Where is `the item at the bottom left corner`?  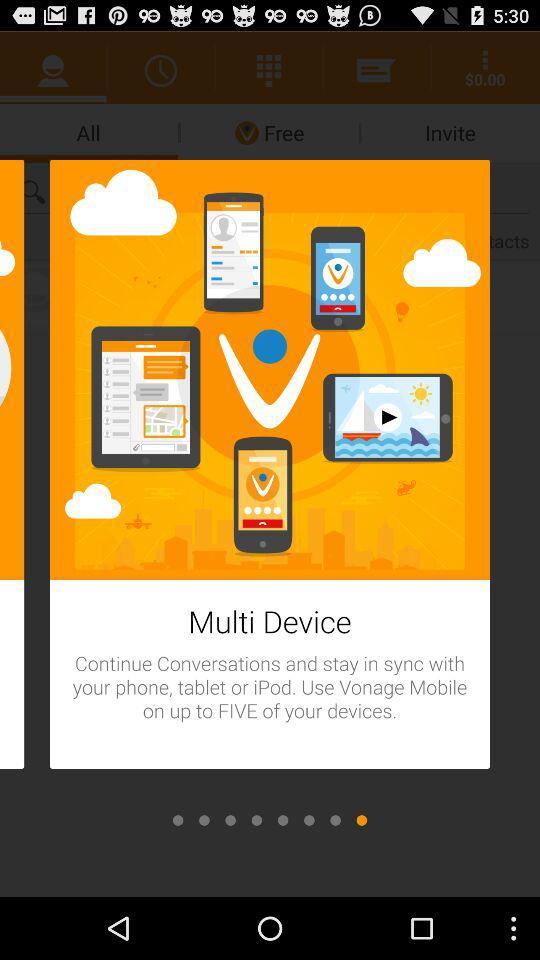 the item at the bottom left corner is located at coordinates (178, 820).